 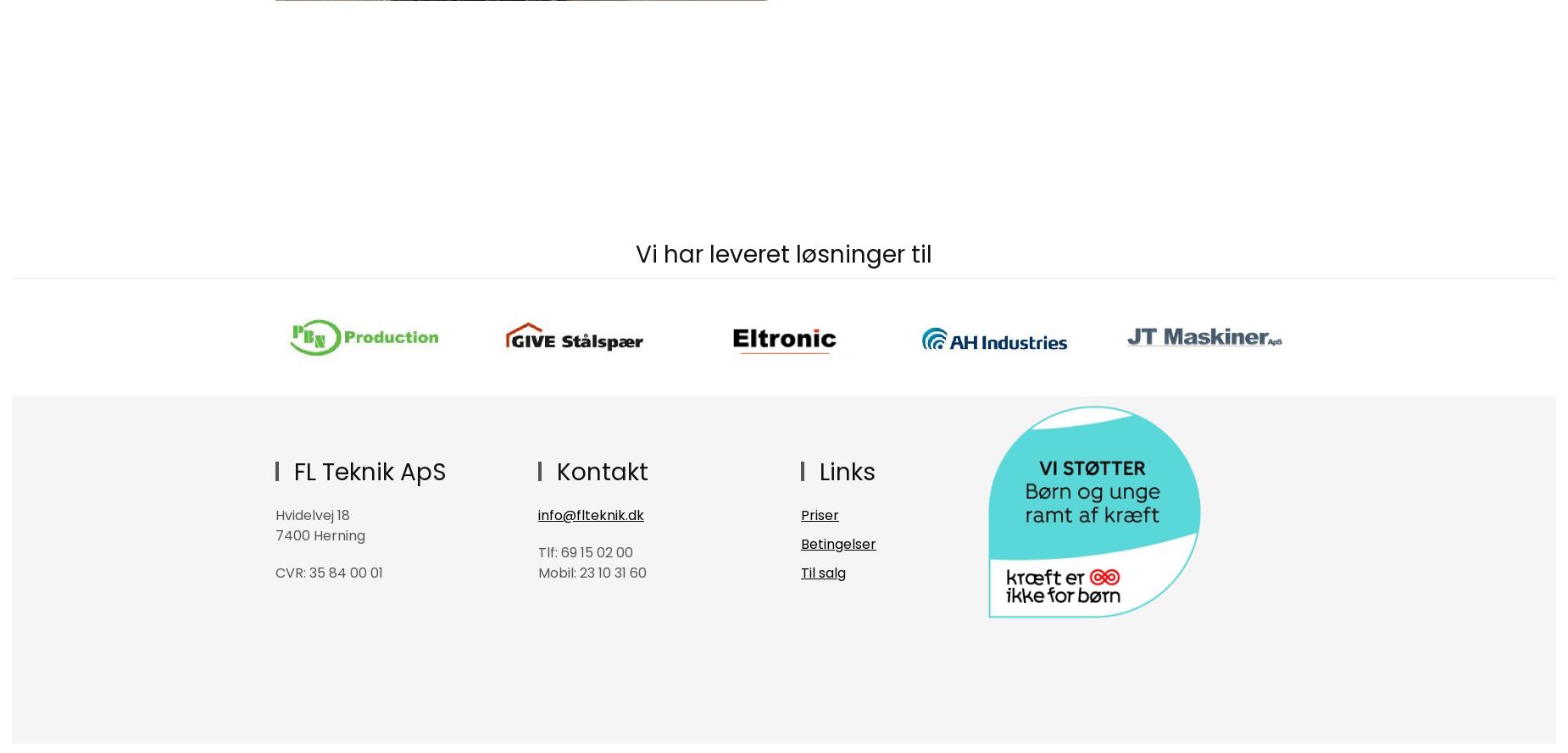 I want to click on '7400 Herning', so click(x=319, y=534).